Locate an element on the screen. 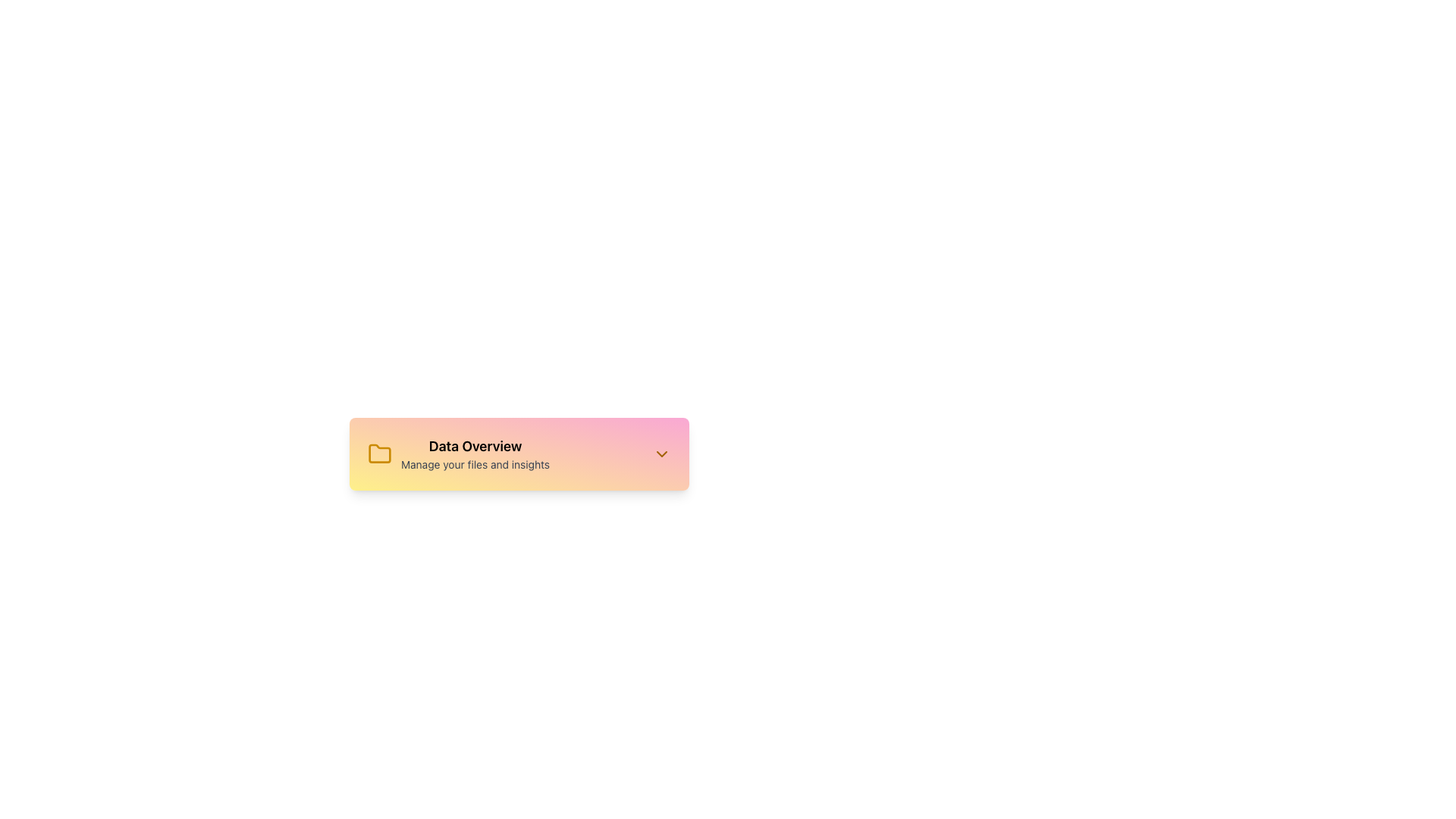 The height and width of the screenshot is (819, 1456). the 'Data Overview' element, which includes a folder icon and a dropdown arrow, for potential navigation is located at coordinates (519, 453).